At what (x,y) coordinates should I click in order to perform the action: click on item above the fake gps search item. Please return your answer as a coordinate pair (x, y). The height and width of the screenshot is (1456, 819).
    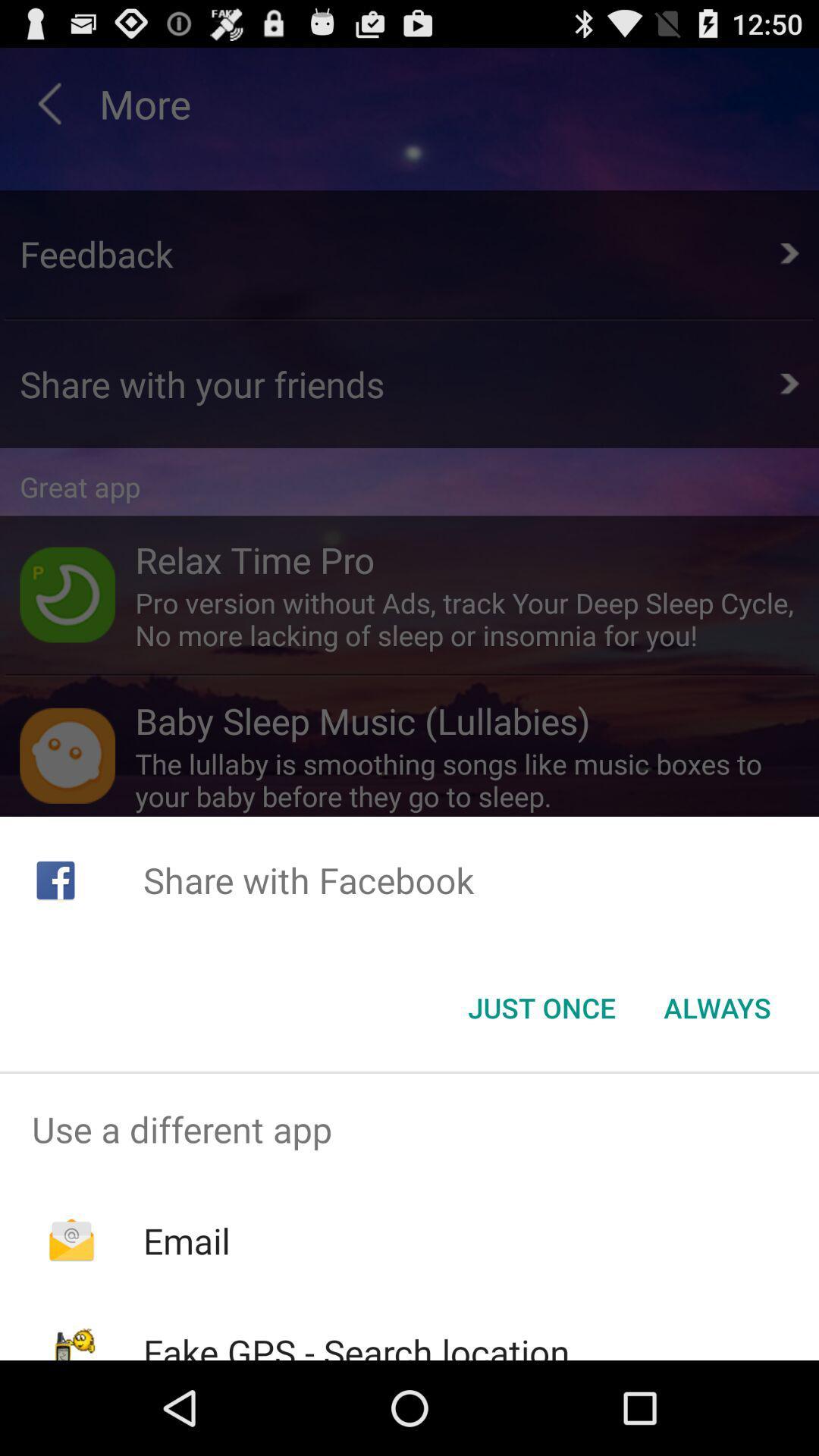
    Looking at the image, I should click on (186, 1241).